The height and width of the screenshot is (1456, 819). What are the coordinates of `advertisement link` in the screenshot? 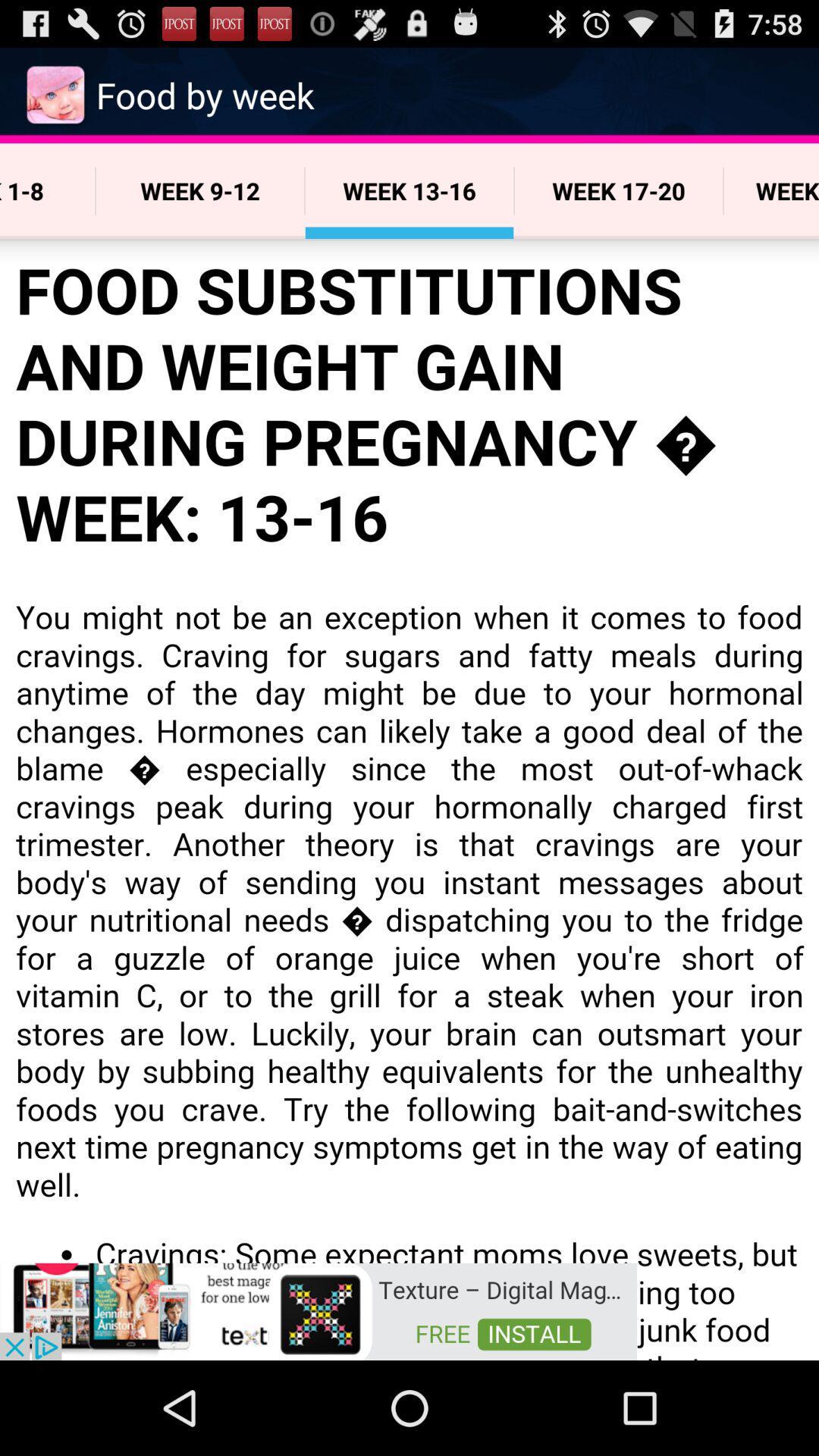 It's located at (318, 1310).